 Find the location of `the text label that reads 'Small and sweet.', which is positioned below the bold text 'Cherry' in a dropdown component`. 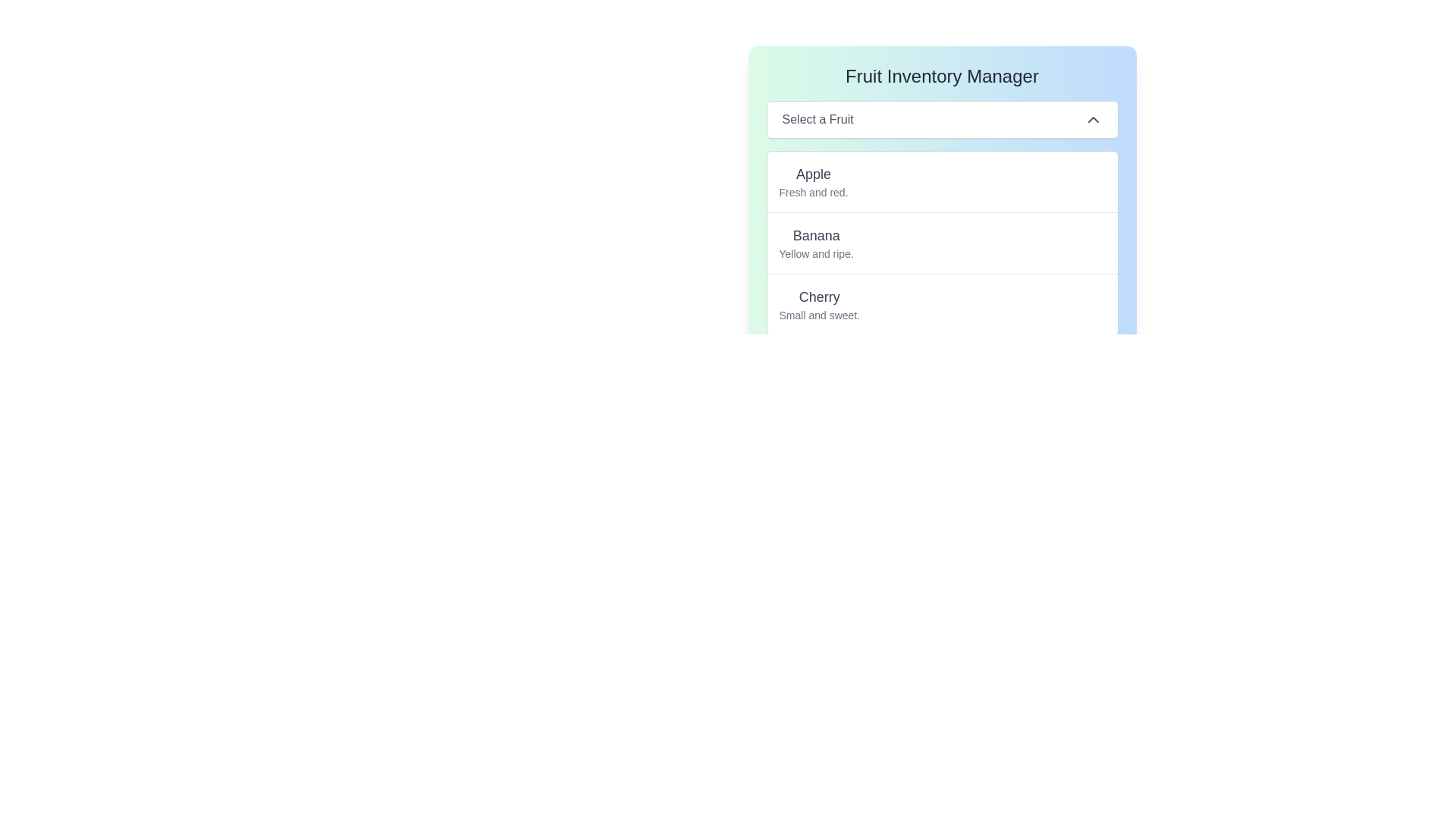

the text label that reads 'Small and sweet.', which is positioned below the bold text 'Cherry' in a dropdown component is located at coordinates (818, 315).